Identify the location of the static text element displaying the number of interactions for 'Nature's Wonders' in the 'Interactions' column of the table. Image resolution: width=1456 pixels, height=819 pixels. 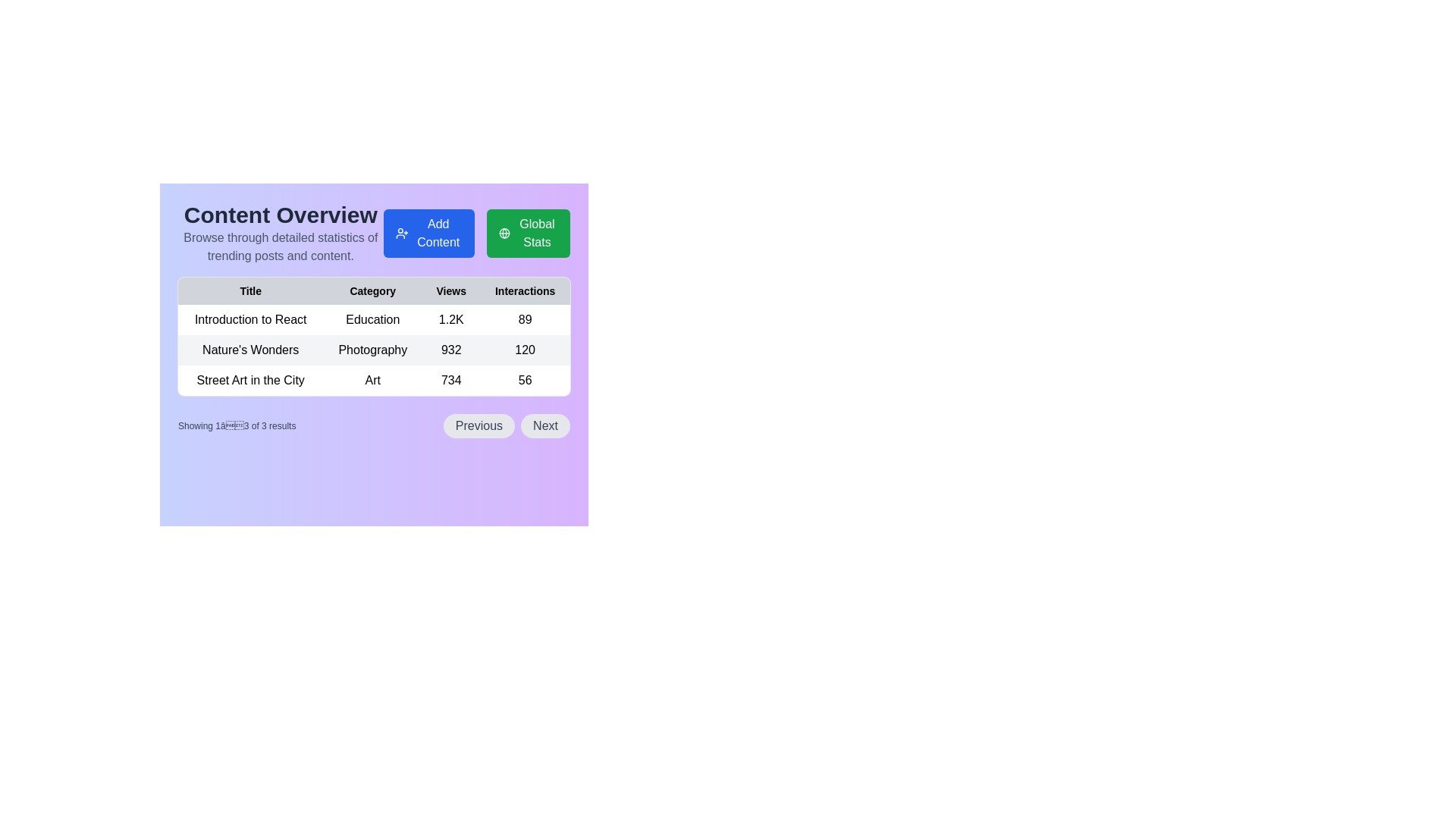
(525, 350).